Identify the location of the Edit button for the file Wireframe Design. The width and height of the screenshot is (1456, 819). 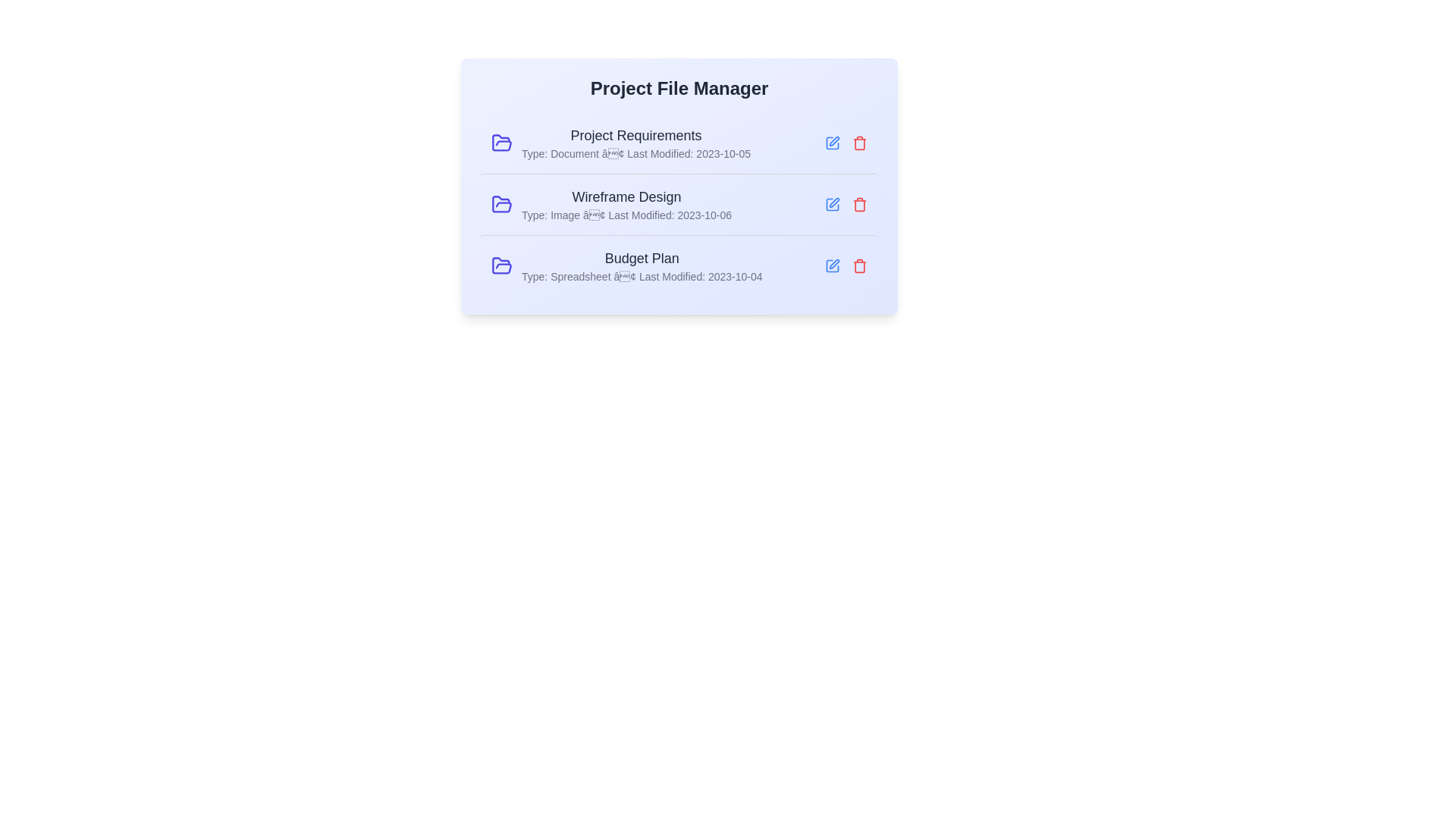
(832, 205).